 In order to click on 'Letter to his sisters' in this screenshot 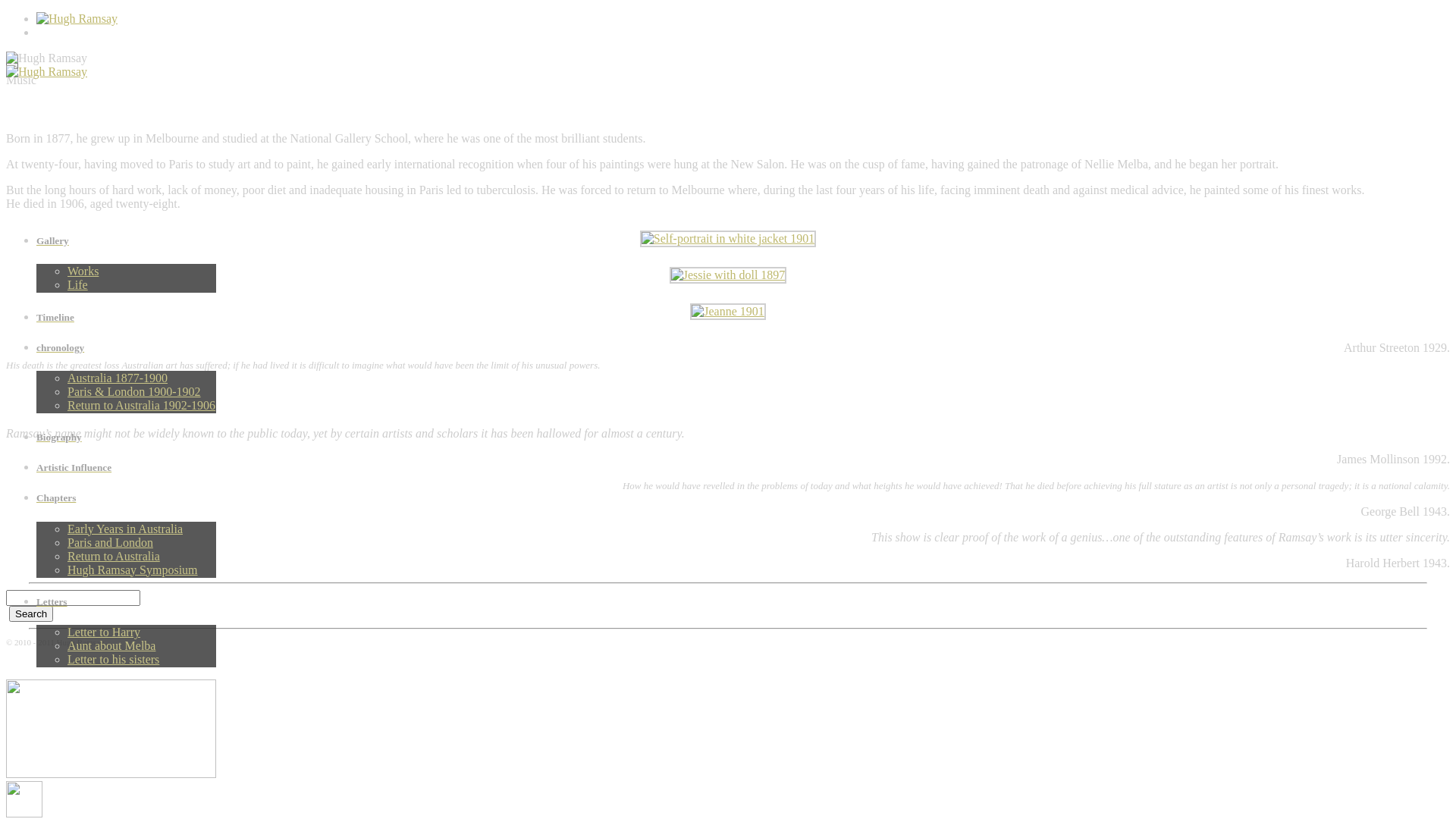, I will do `click(67, 658)`.